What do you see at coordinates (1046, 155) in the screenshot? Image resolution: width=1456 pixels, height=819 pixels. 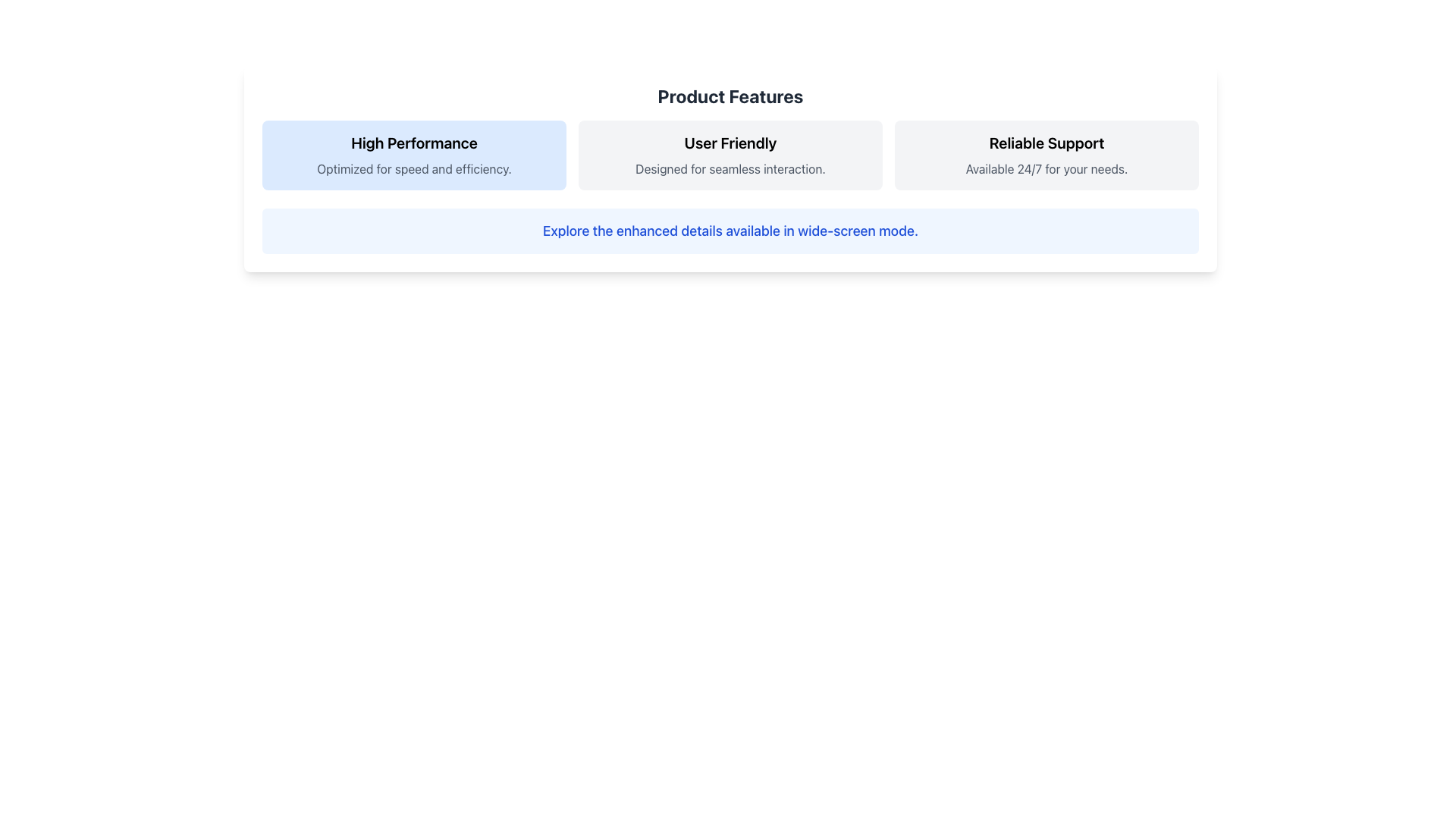 I see `the informational card that highlights the availability of reliable support, which is the third card in a row of three` at bounding box center [1046, 155].